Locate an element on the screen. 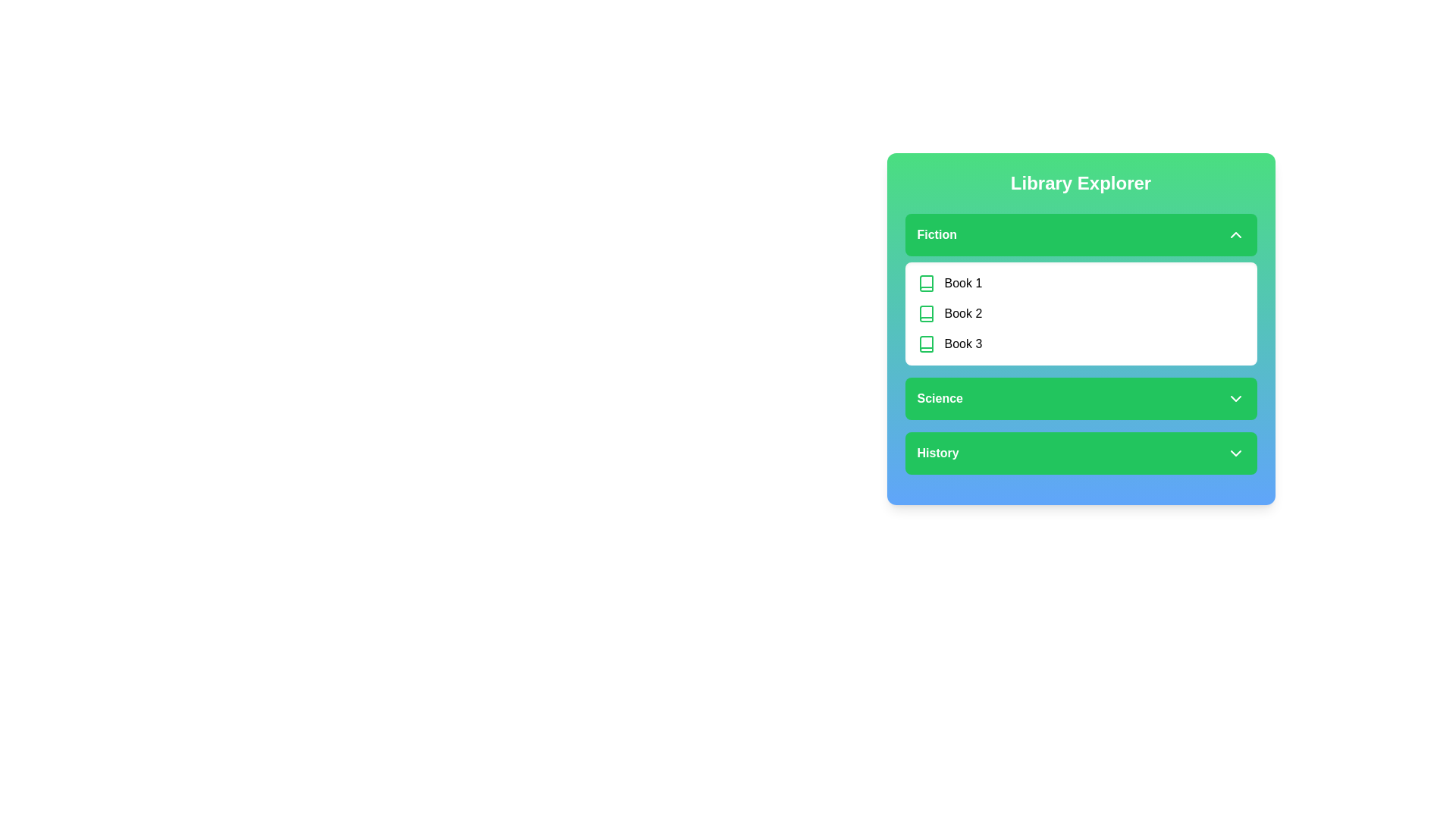 This screenshot has width=1456, height=819. the toggle button of the section labeled History to expand or collapse it is located at coordinates (1080, 452).